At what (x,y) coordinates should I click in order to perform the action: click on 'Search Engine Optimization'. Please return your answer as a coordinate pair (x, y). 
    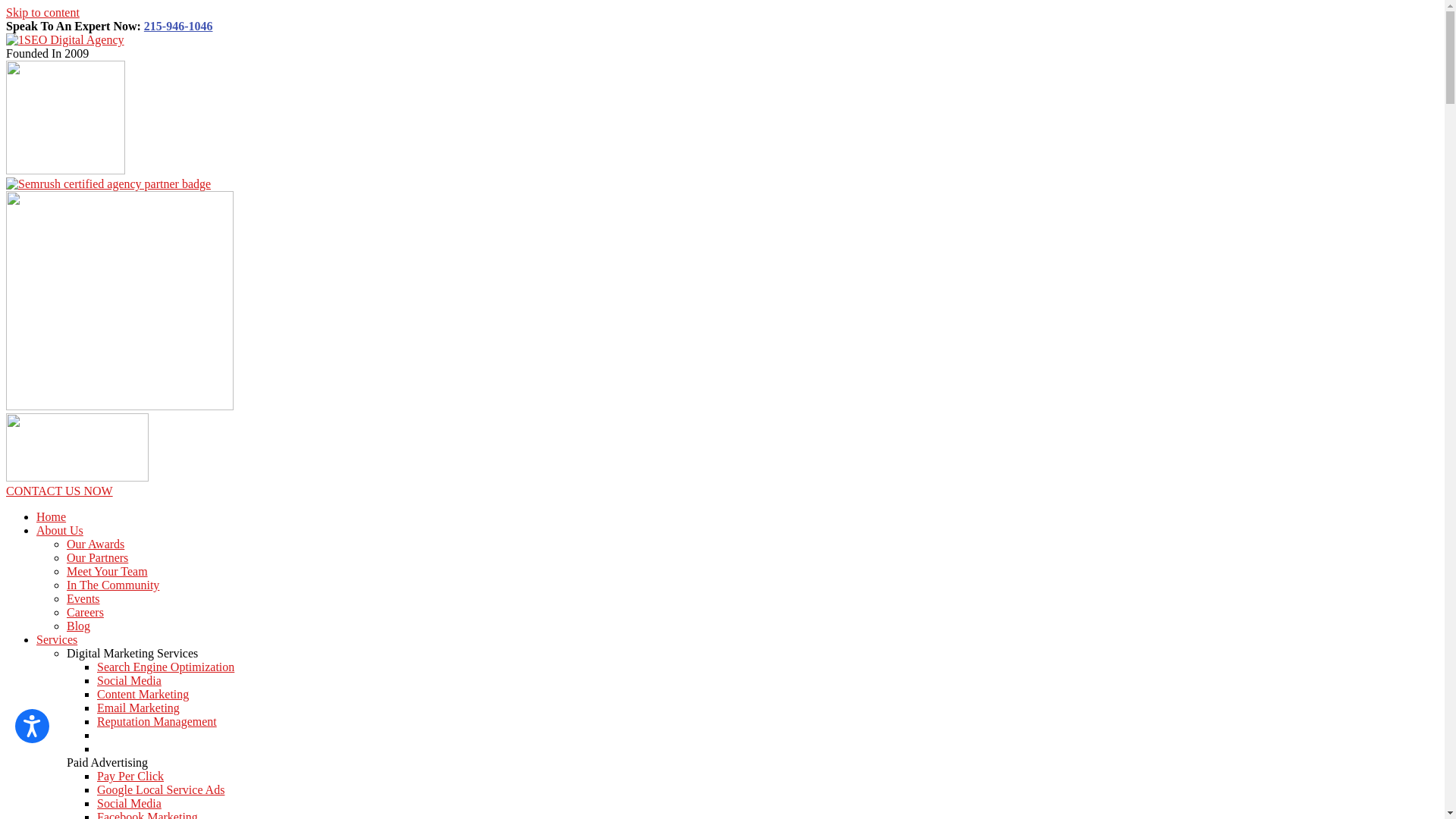
    Looking at the image, I should click on (165, 666).